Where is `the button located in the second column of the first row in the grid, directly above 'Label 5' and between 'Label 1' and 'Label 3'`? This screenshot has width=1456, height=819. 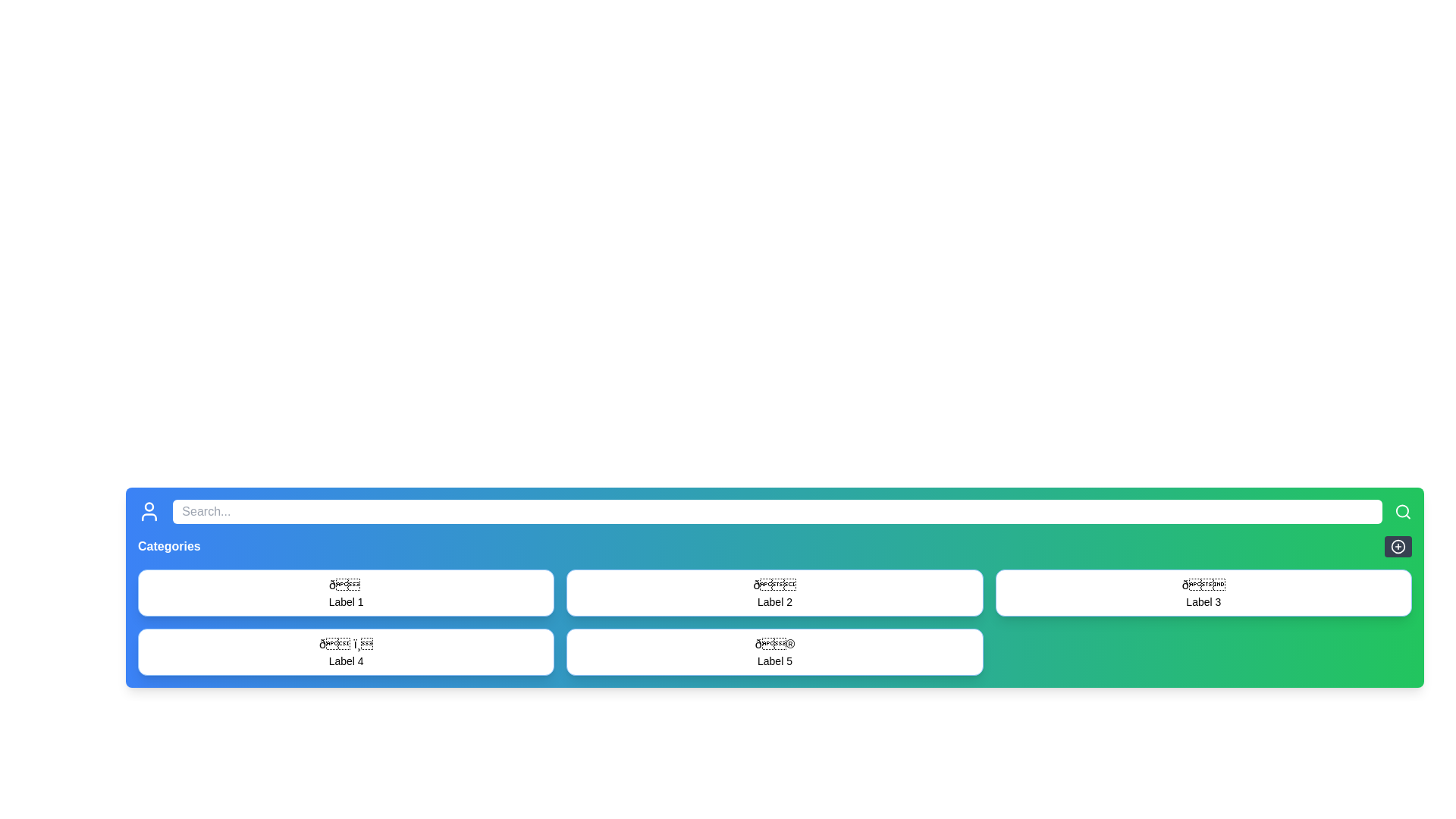
the button located in the second column of the first row in the grid, directly above 'Label 5' and between 'Label 1' and 'Label 3' is located at coordinates (775, 592).